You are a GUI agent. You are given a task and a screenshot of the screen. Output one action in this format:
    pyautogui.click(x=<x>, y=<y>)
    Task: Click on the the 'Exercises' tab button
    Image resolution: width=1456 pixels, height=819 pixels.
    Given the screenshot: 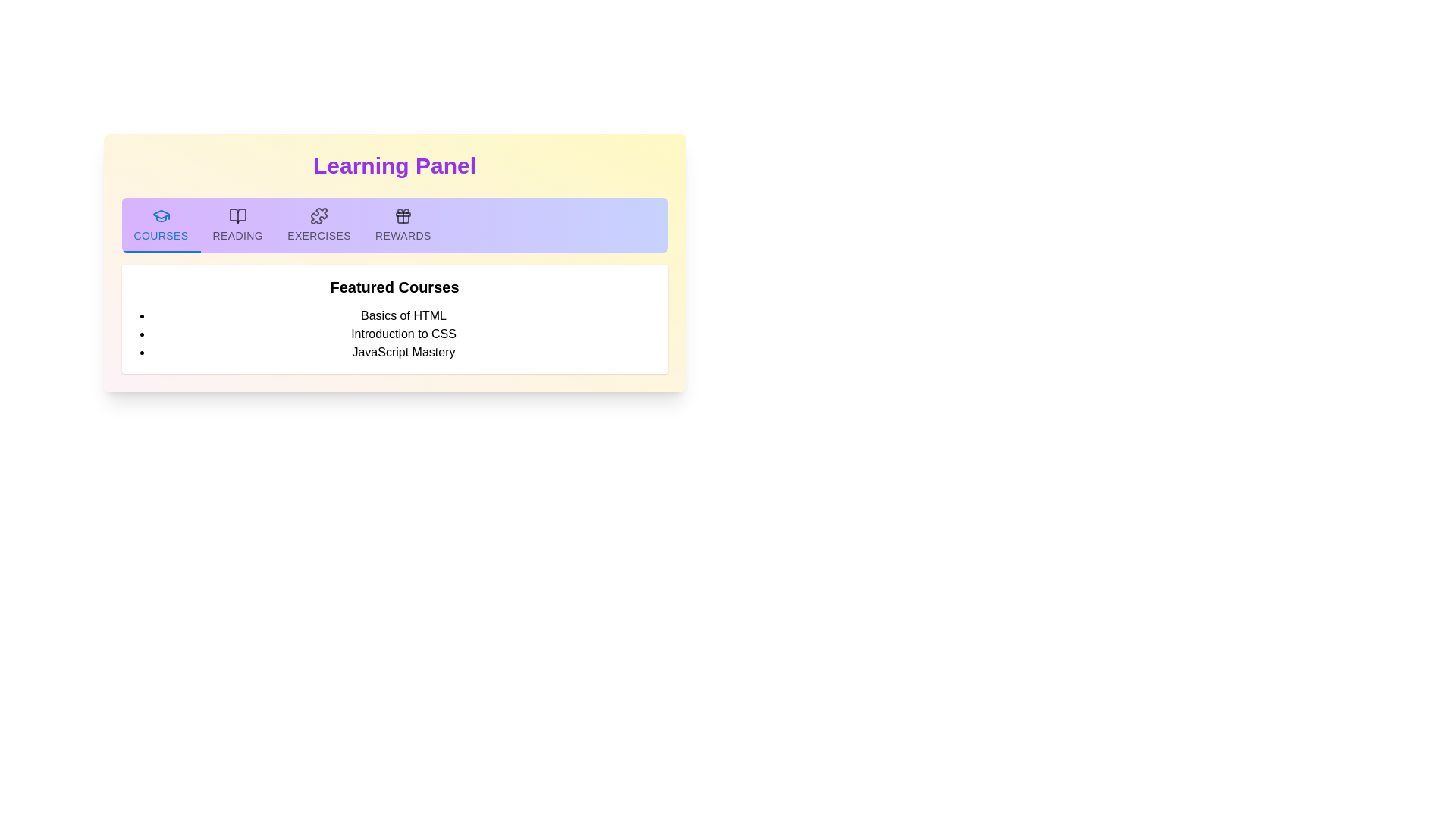 What is the action you would take?
    pyautogui.click(x=318, y=225)
    